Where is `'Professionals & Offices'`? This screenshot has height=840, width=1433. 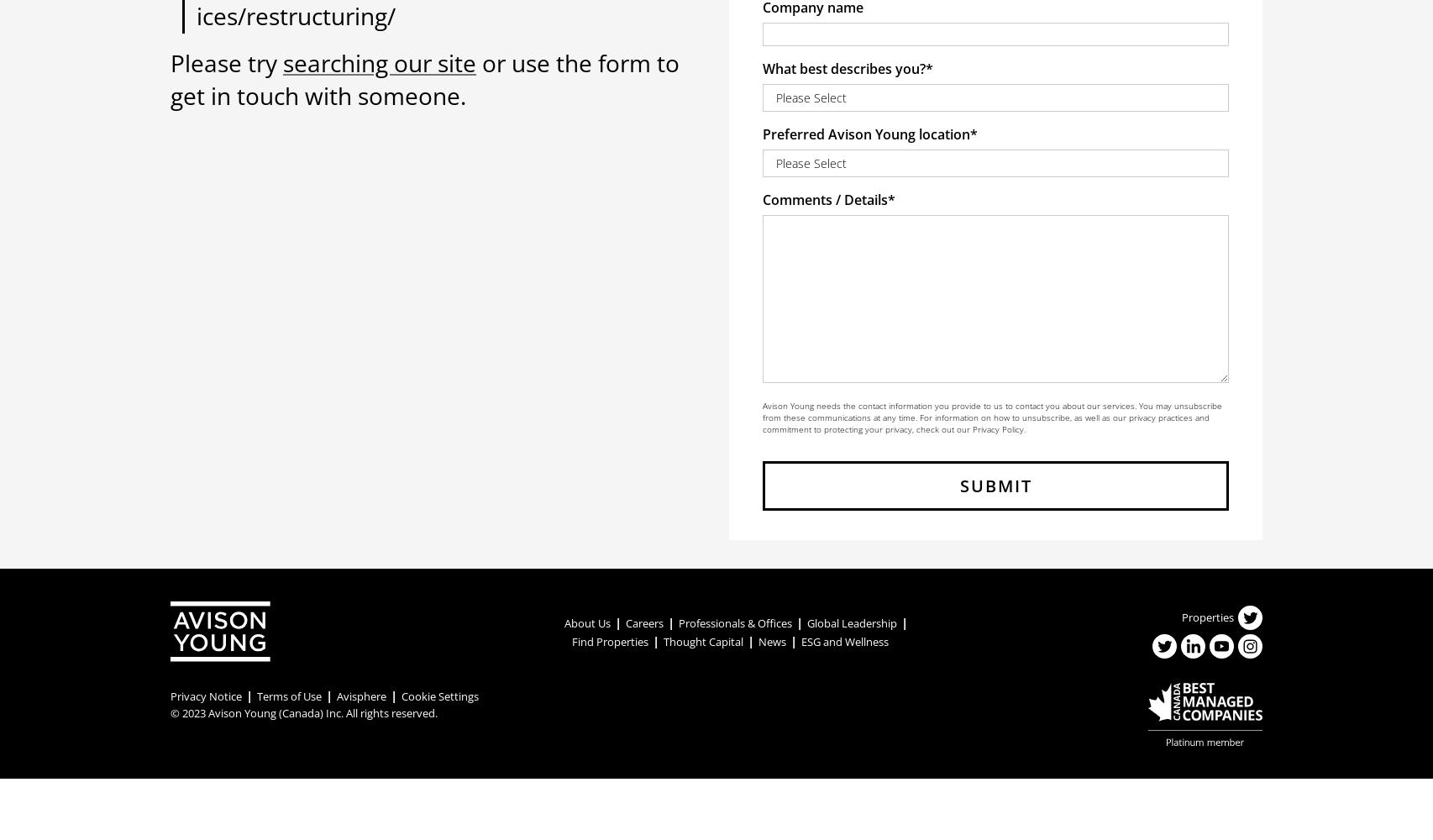
'Professionals & Offices' is located at coordinates (734, 622).